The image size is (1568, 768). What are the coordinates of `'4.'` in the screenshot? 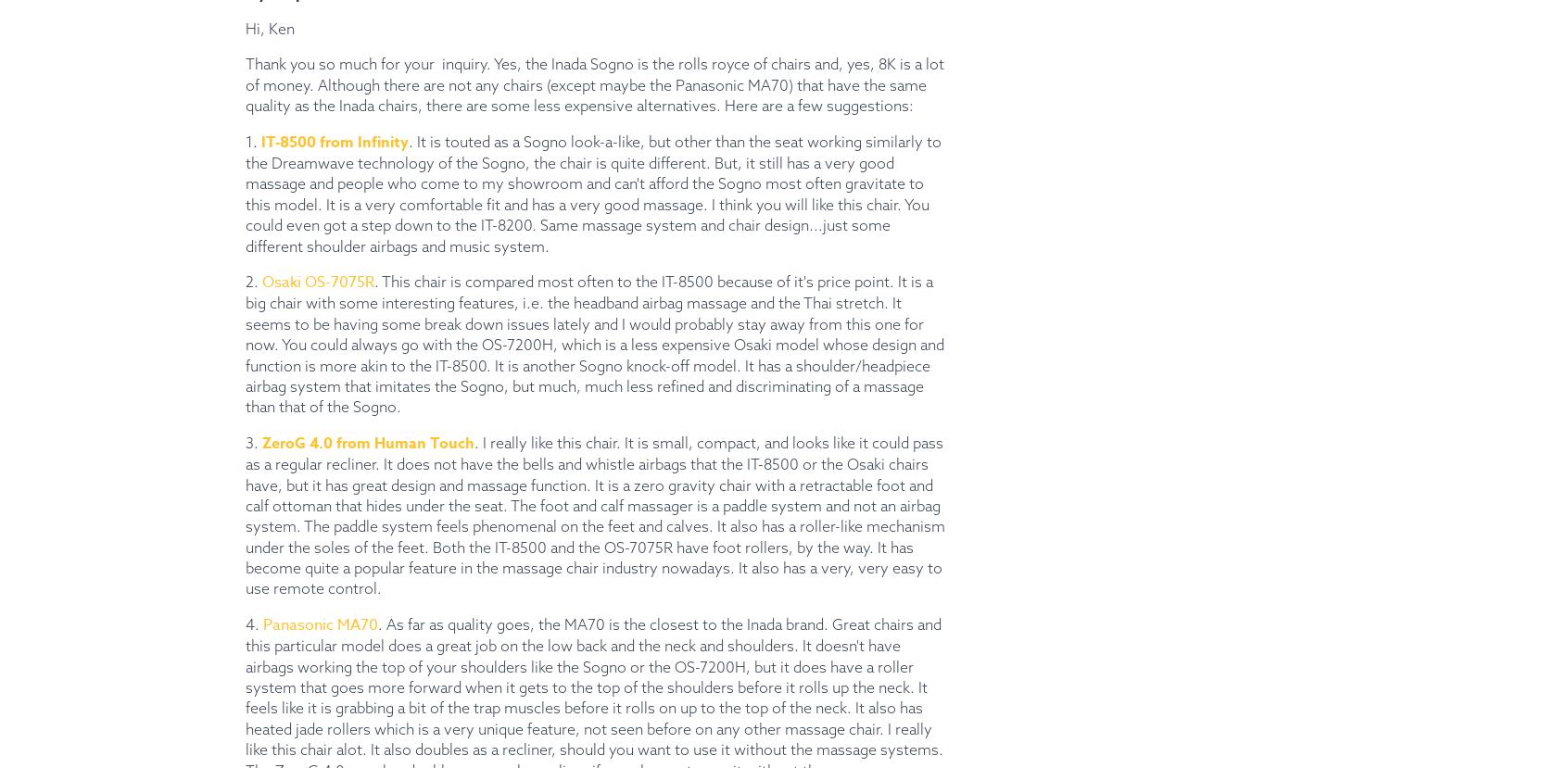 It's located at (254, 622).